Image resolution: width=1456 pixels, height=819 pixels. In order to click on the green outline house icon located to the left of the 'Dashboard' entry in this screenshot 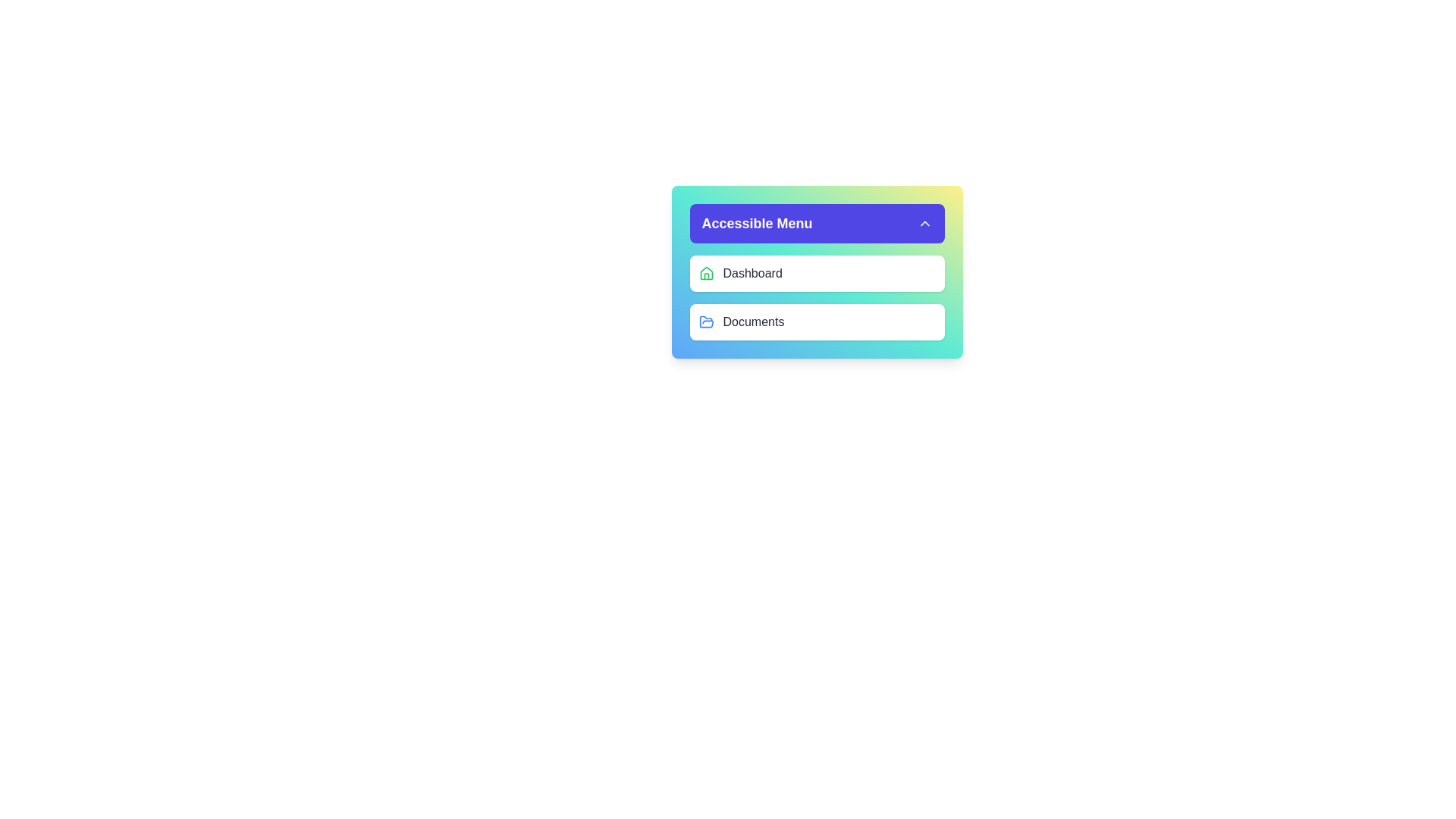, I will do `click(705, 273)`.